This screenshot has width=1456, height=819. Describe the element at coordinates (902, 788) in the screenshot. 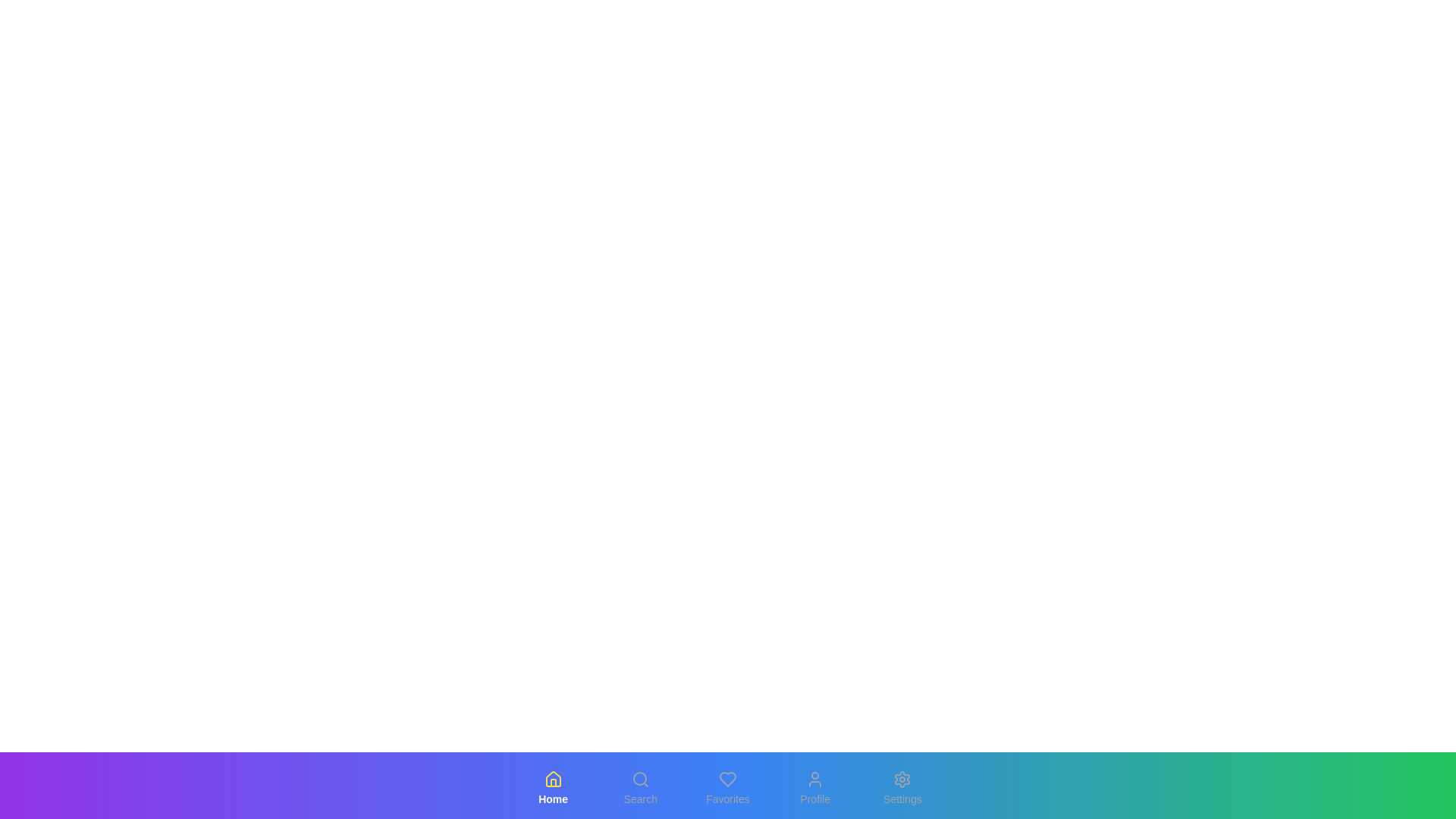

I see `the button labeled Settings` at that location.